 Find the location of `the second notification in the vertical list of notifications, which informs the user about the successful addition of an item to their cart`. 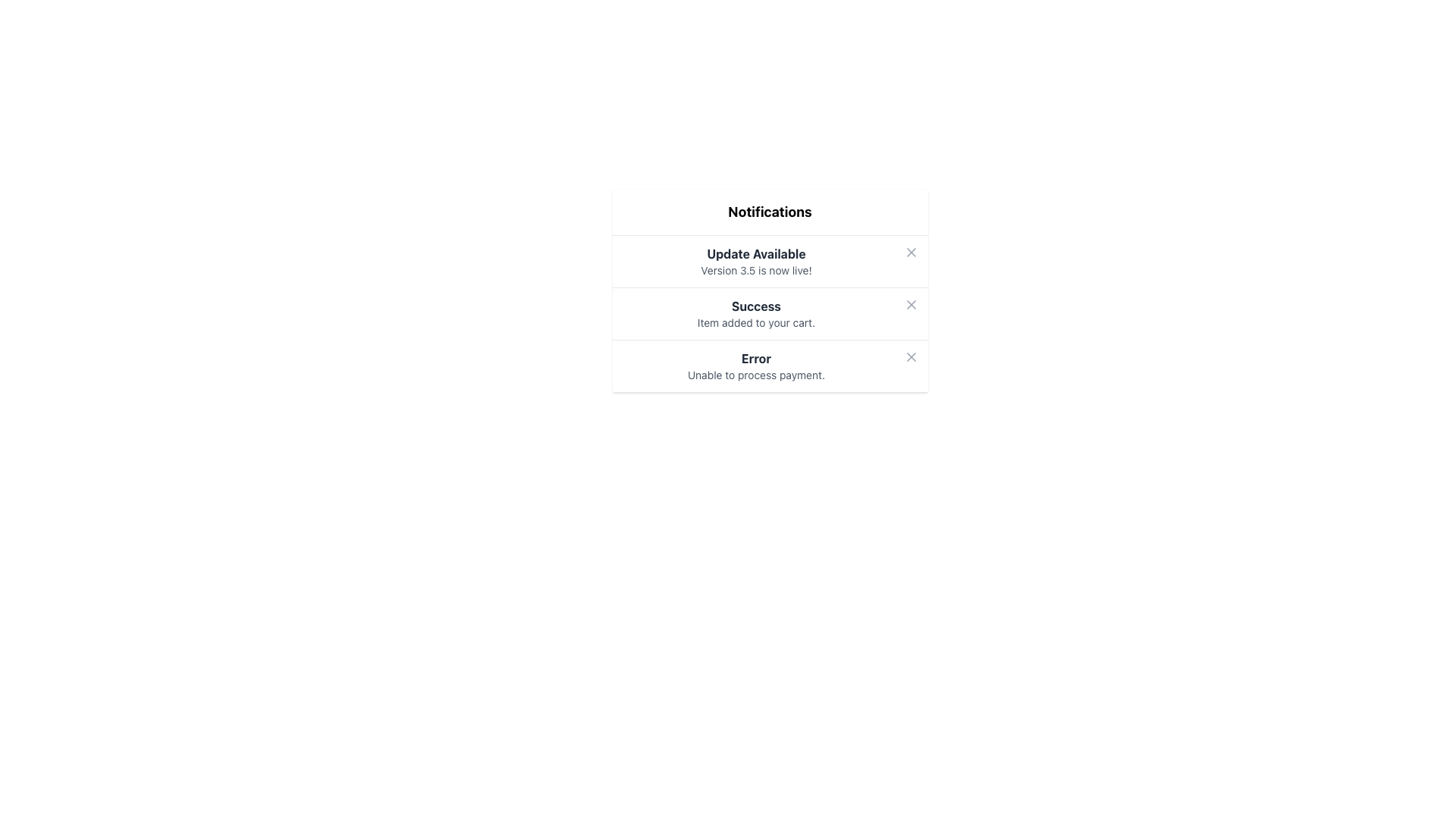

the second notification in the vertical list of notifications, which informs the user about the successful addition of an item to their cart is located at coordinates (770, 313).